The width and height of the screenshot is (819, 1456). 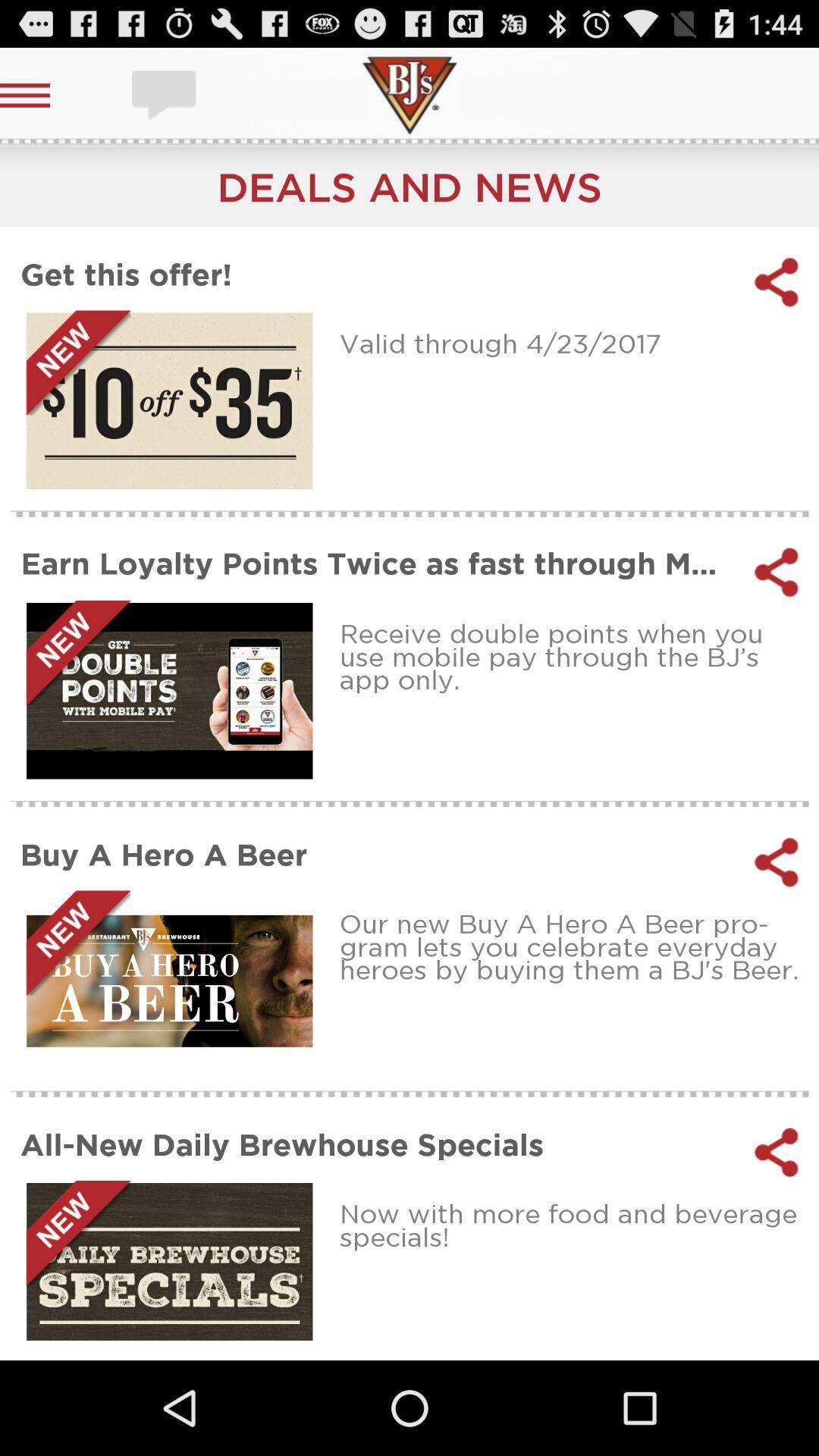 I want to click on the now with more, so click(x=574, y=1225).